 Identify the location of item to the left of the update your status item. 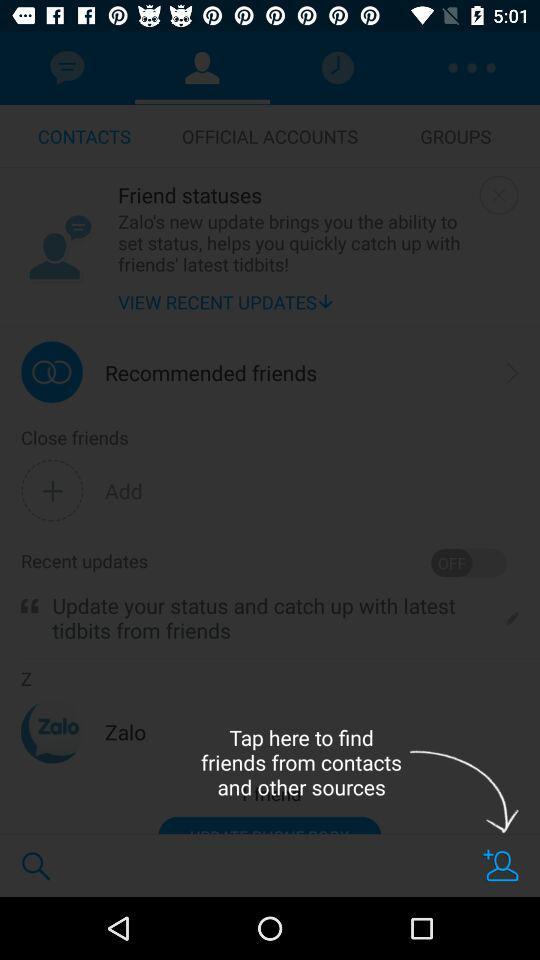
(28, 605).